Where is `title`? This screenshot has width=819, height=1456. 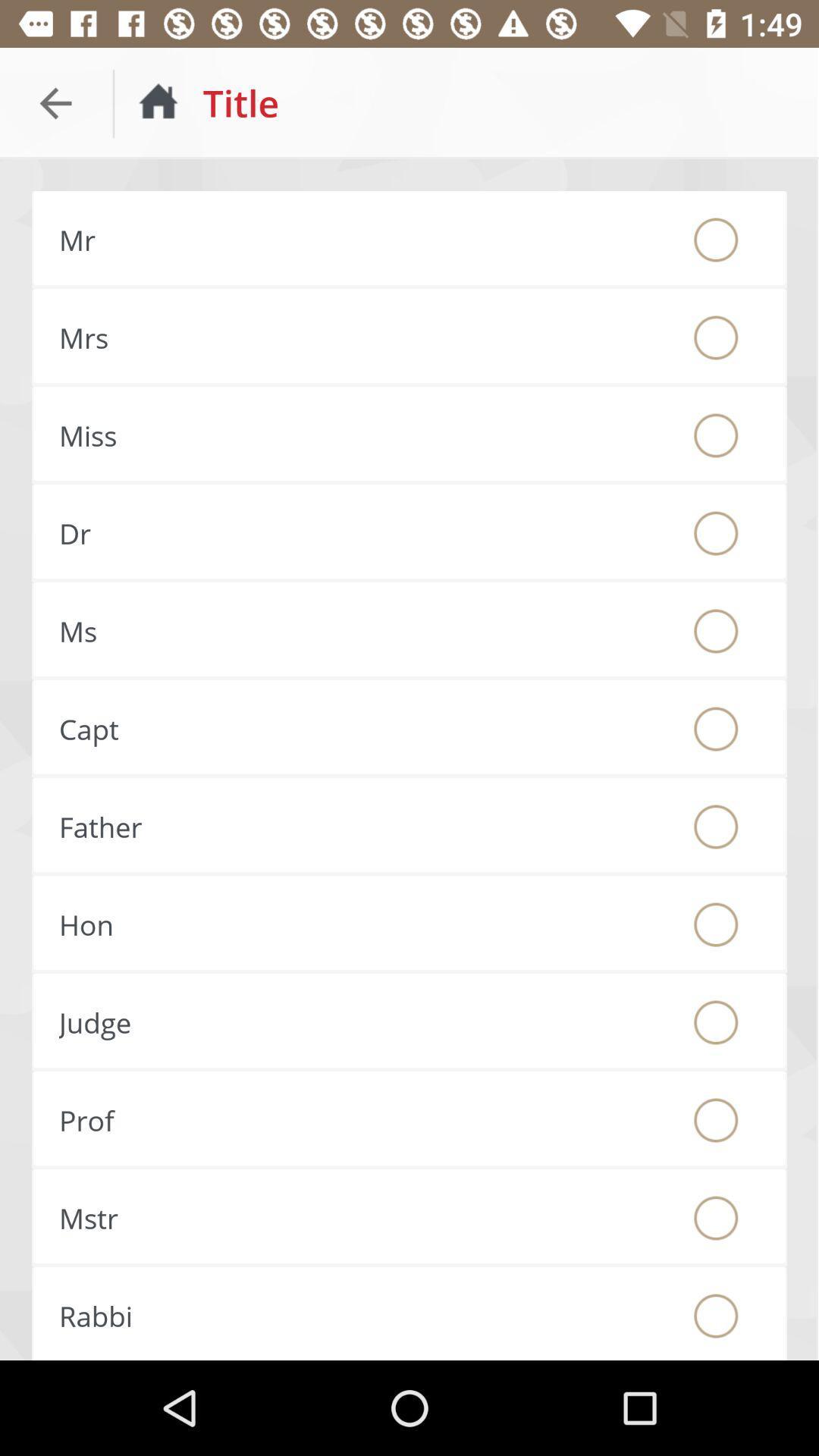 title is located at coordinates (716, 924).